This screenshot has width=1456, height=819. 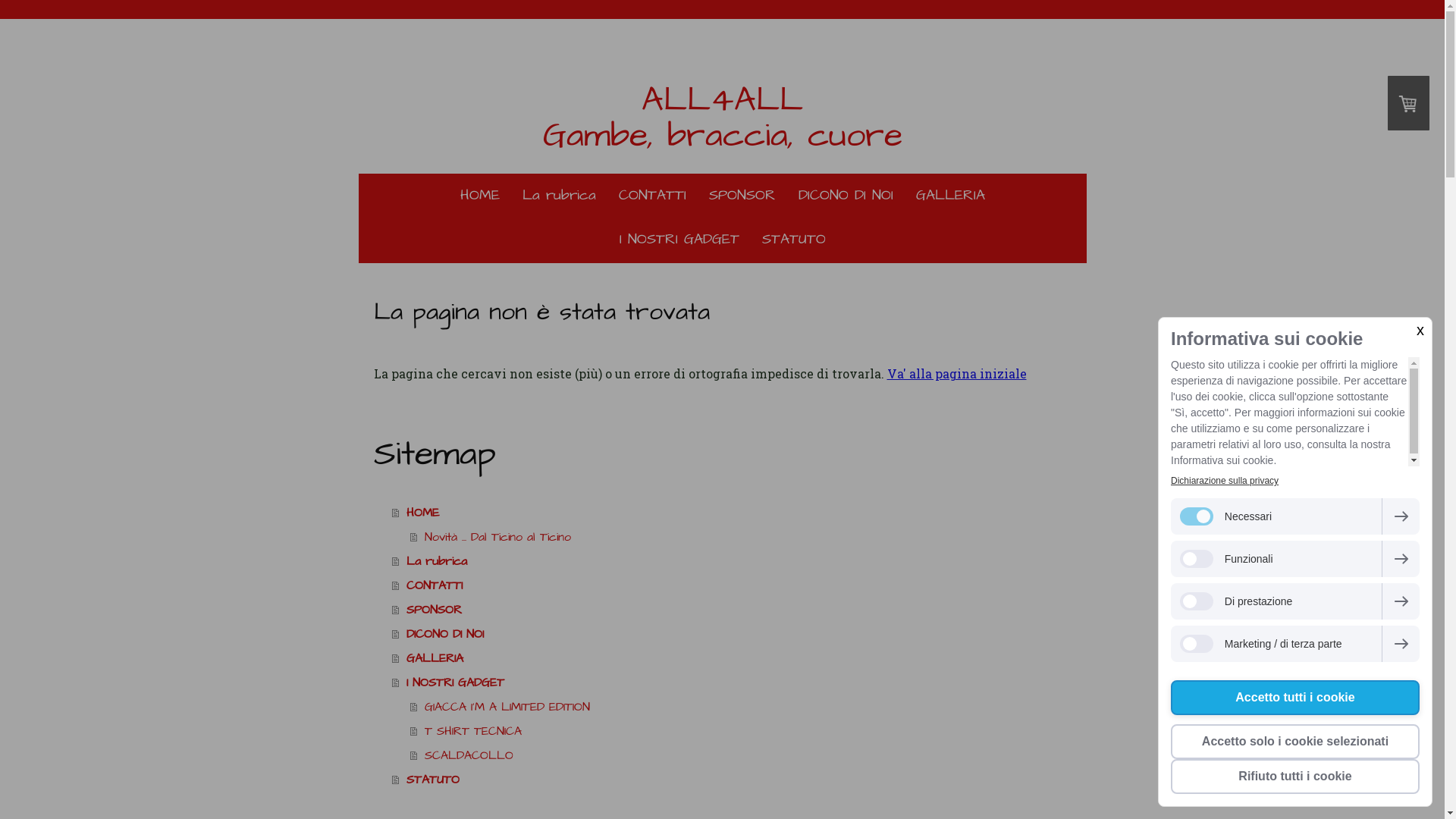 I want to click on 'SCALDACOLLO', so click(x=409, y=755).